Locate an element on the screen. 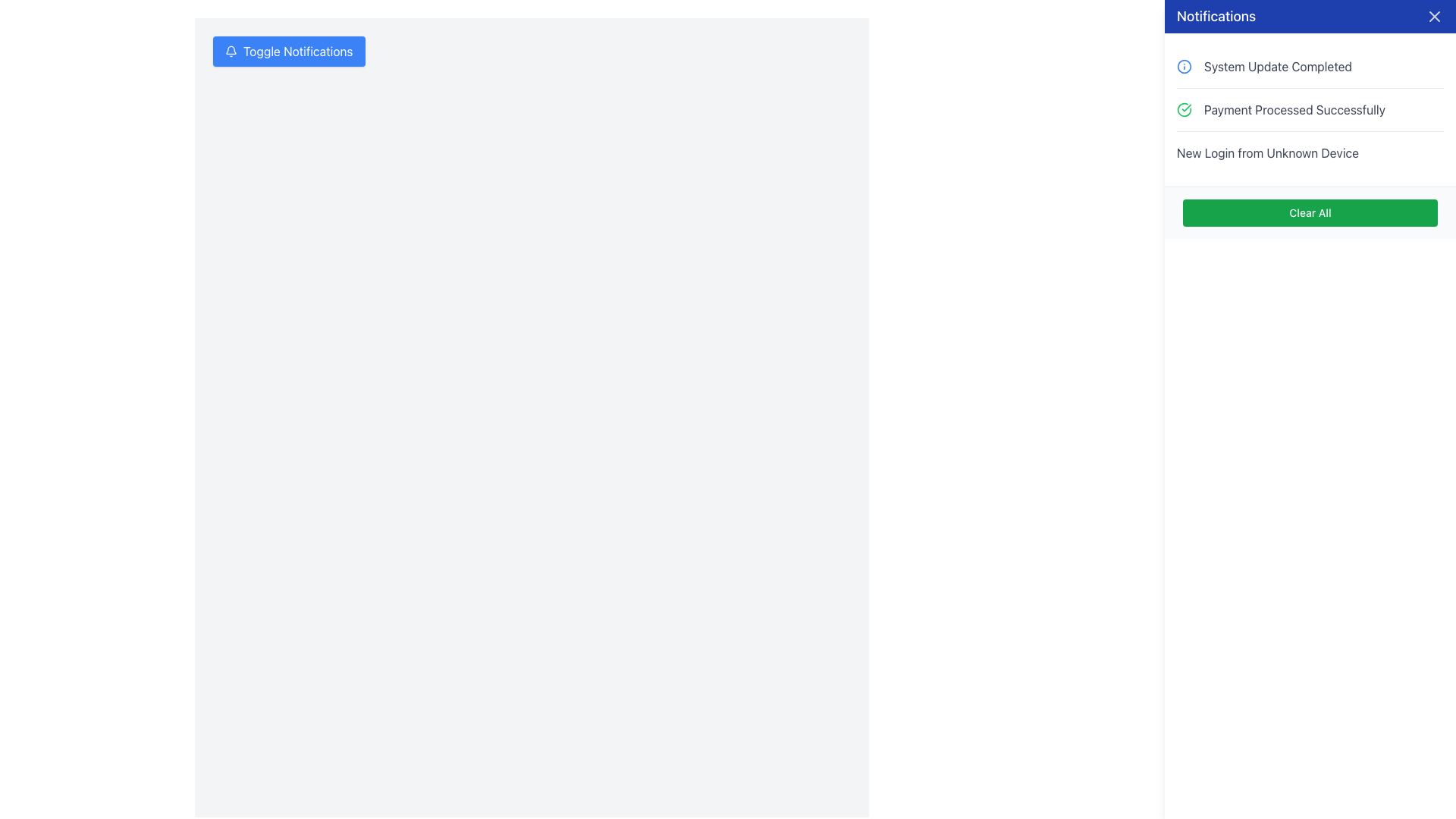 This screenshot has width=1456, height=819. static text element displaying the message 'New Login from Unknown Device', which is the third entry in the notification list under the 'Notifications' header is located at coordinates (1310, 152).